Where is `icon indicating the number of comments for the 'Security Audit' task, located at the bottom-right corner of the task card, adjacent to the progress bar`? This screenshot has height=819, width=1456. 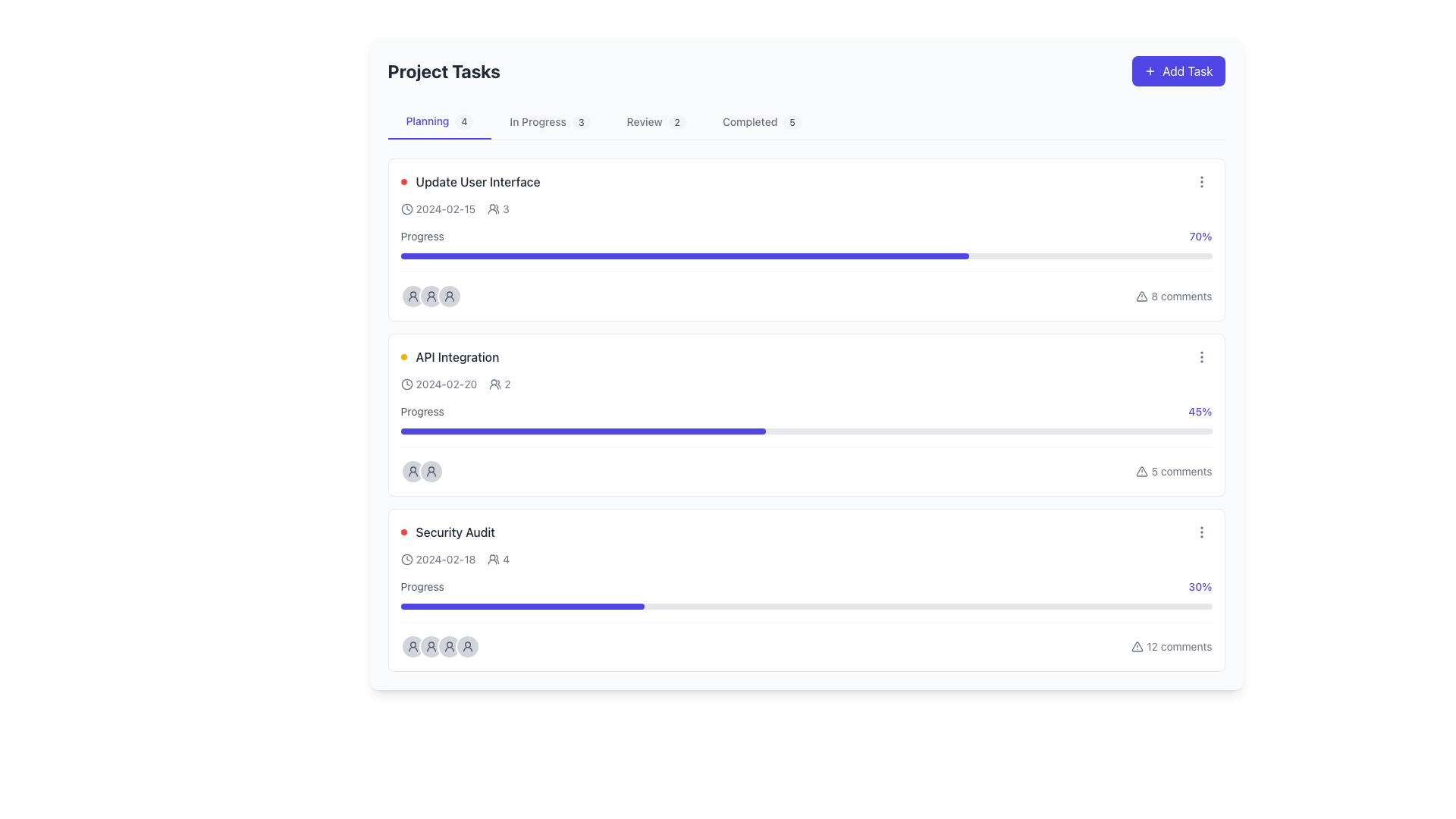 icon indicating the number of comments for the 'Security Audit' task, located at the bottom-right corner of the task card, adjacent to the progress bar is located at coordinates (1171, 646).